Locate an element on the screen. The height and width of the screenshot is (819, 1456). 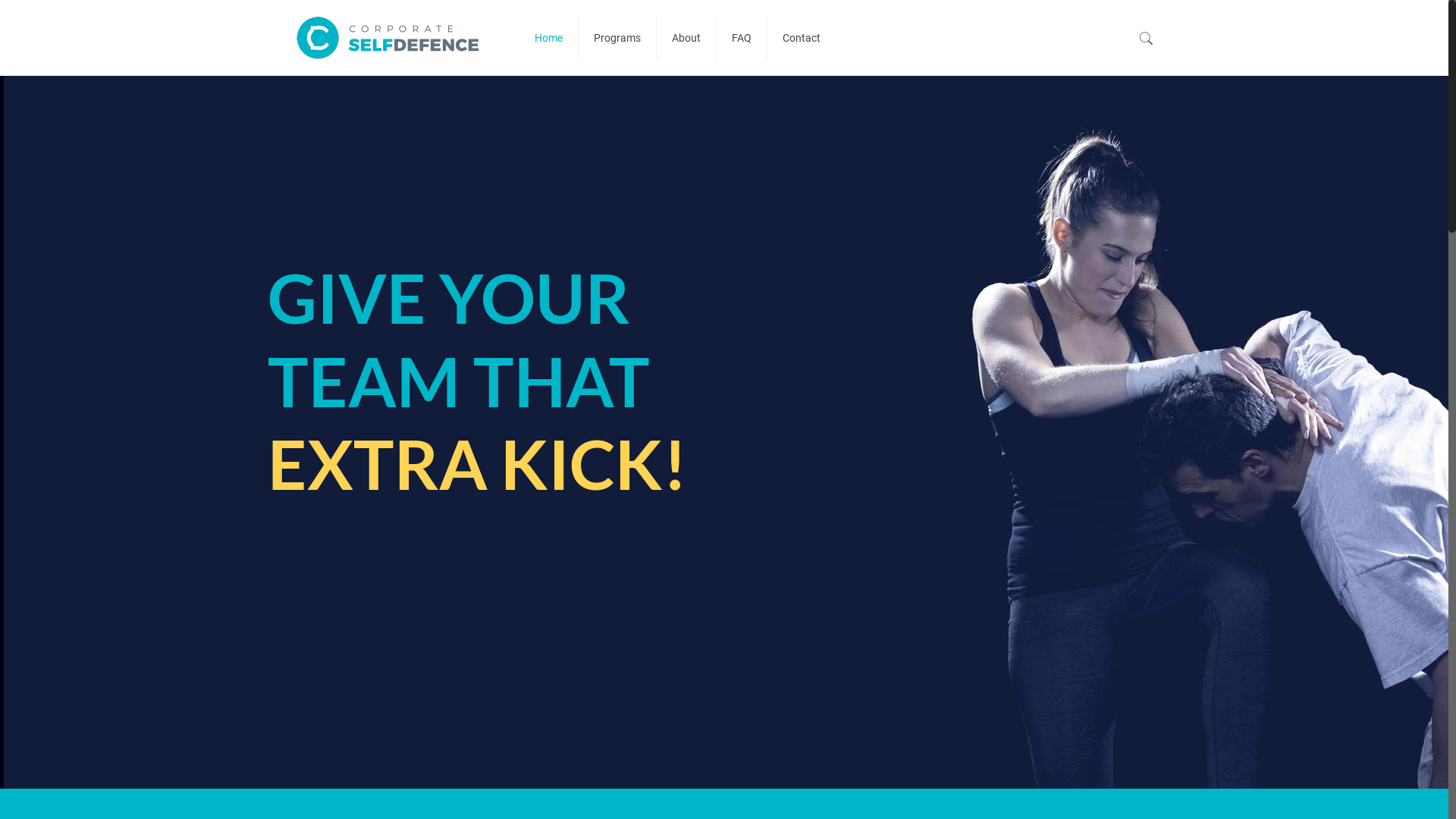
'FAQ' is located at coordinates (742, 37).